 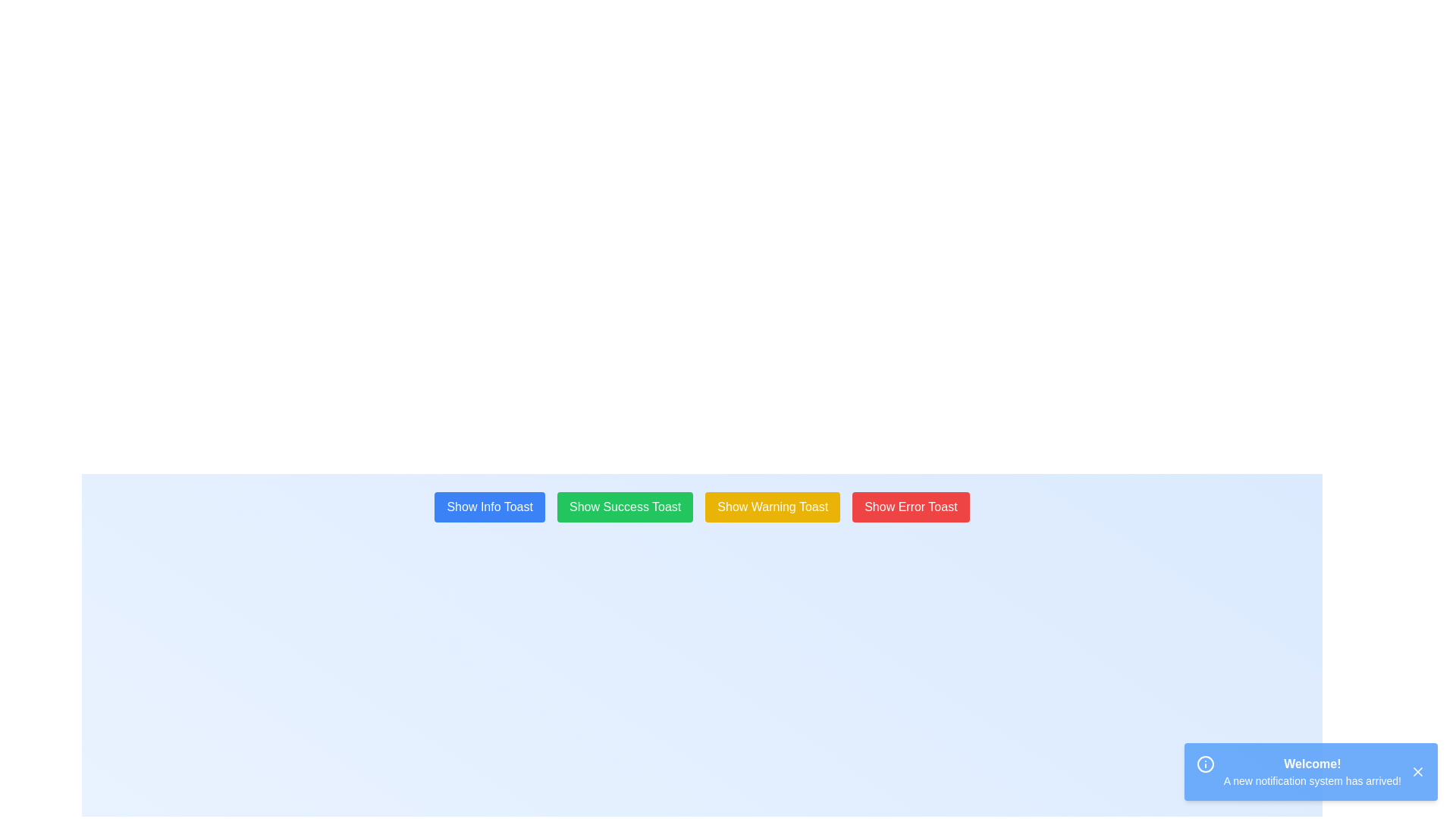 I want to click on the slanted cross (X) mark icon located at the bottom-right corner of the blue toast notification panel, so click(x=1417, y=772).